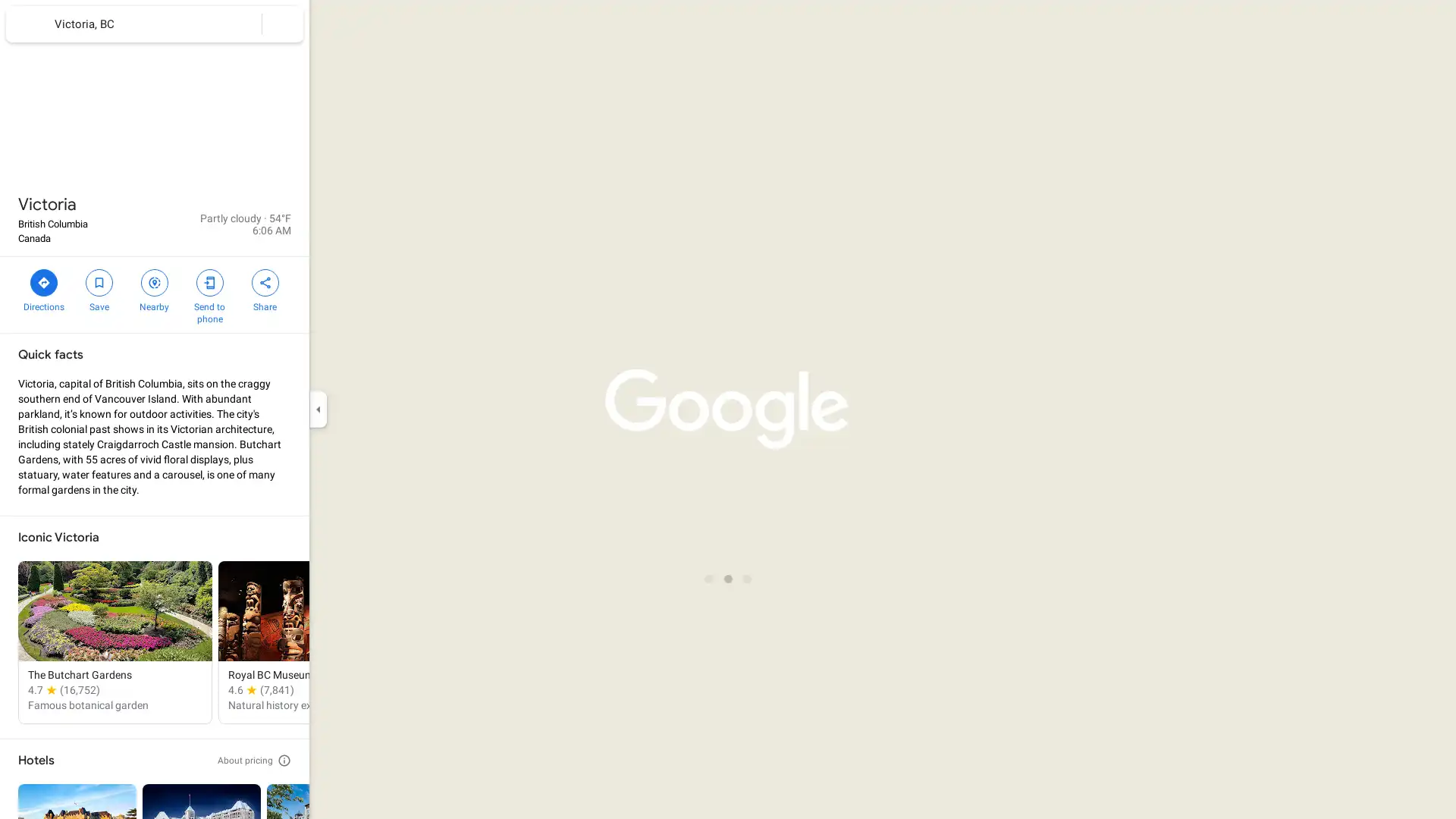 This screenshot has width=1456, height=819. I want to click on Share Victoria, so click(265, 289).